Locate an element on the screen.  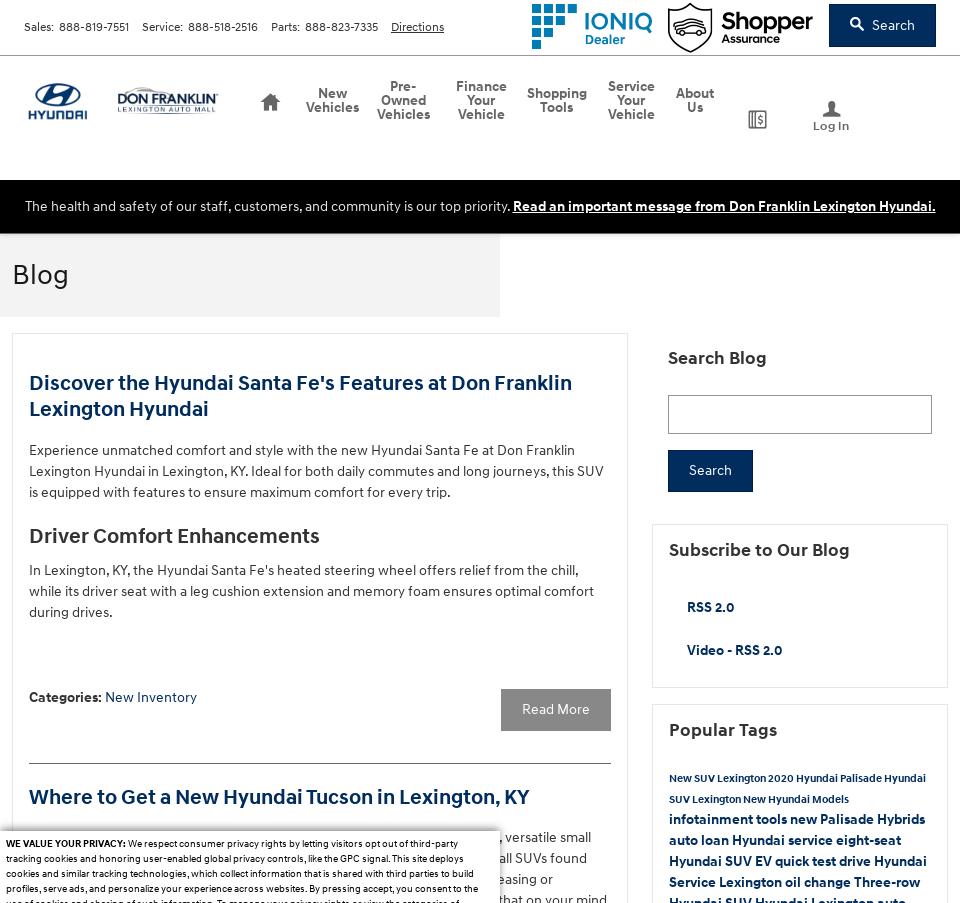
'Service' is located at coordinates (159, 26).